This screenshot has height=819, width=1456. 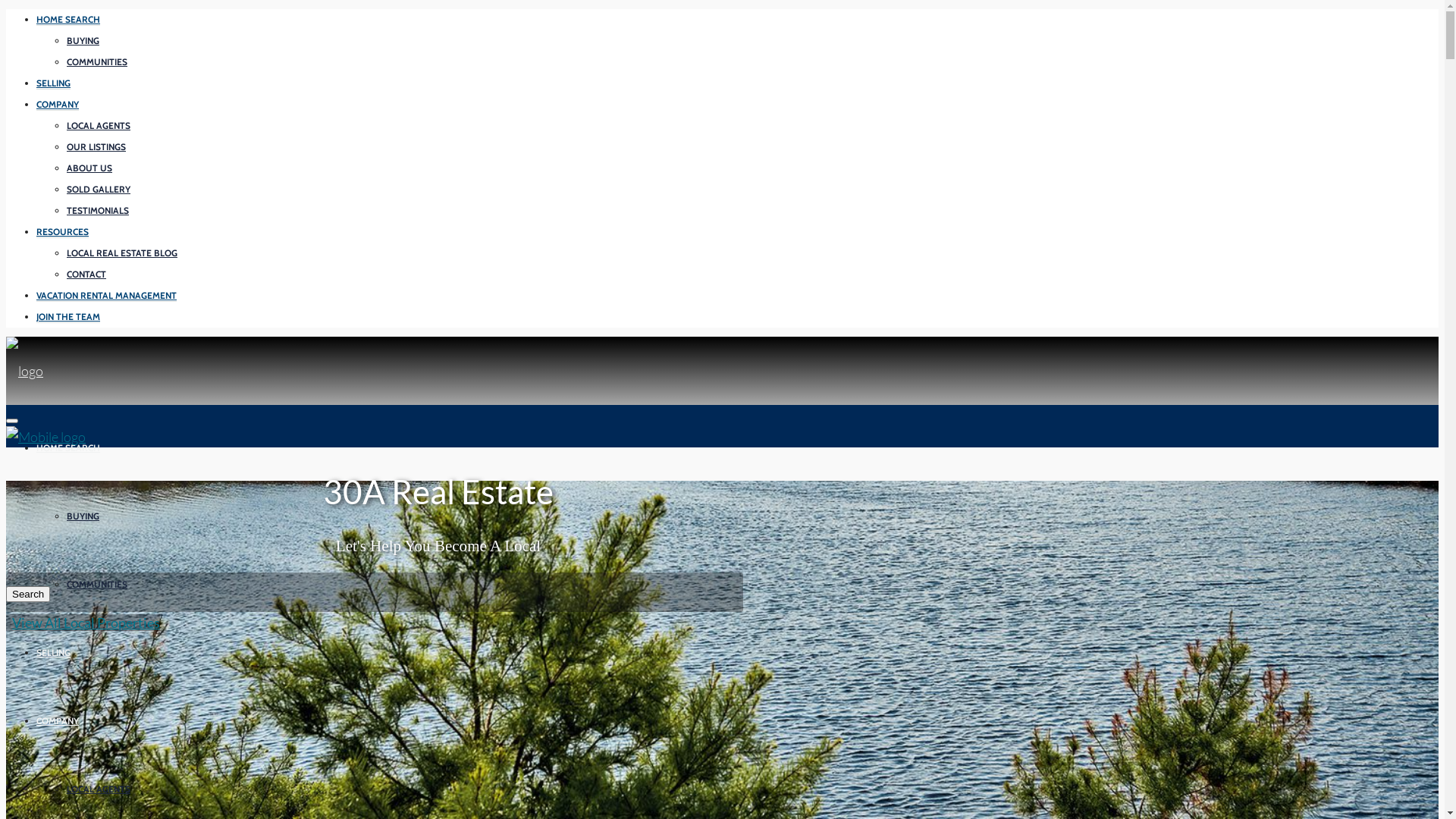 What do you see at coordinates (97, 189) in the screenshot?
I see `'SOLD GALLERY'` at bounding box center [97, 189].